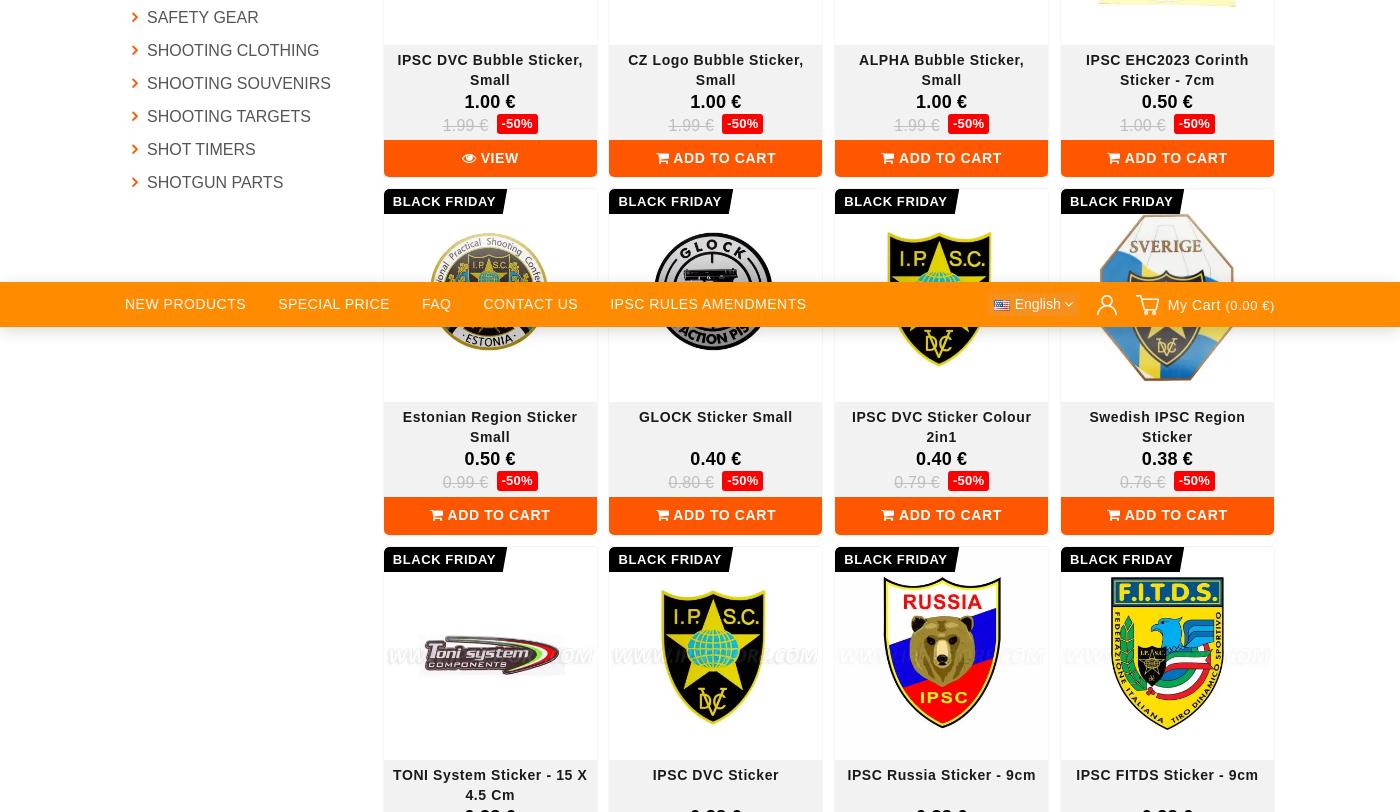  Describe the element at coordinates (361, 310) in the screenshot. I see `'Frequently Asked Questions'` at that location.